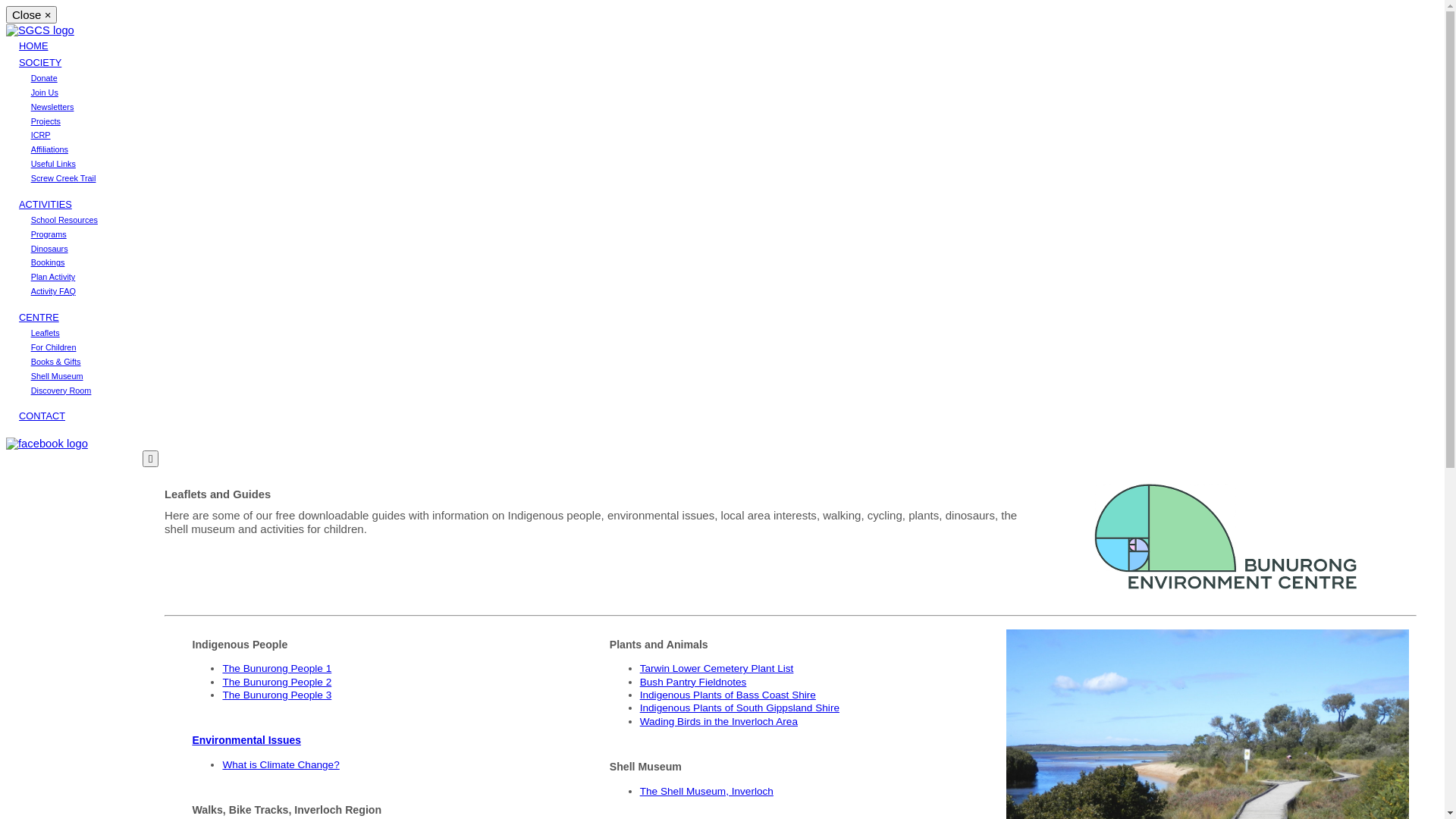 Image resolution: width=1456 pixels, height=819 pixels. I want to click on 'HOME', so click(18, 45).